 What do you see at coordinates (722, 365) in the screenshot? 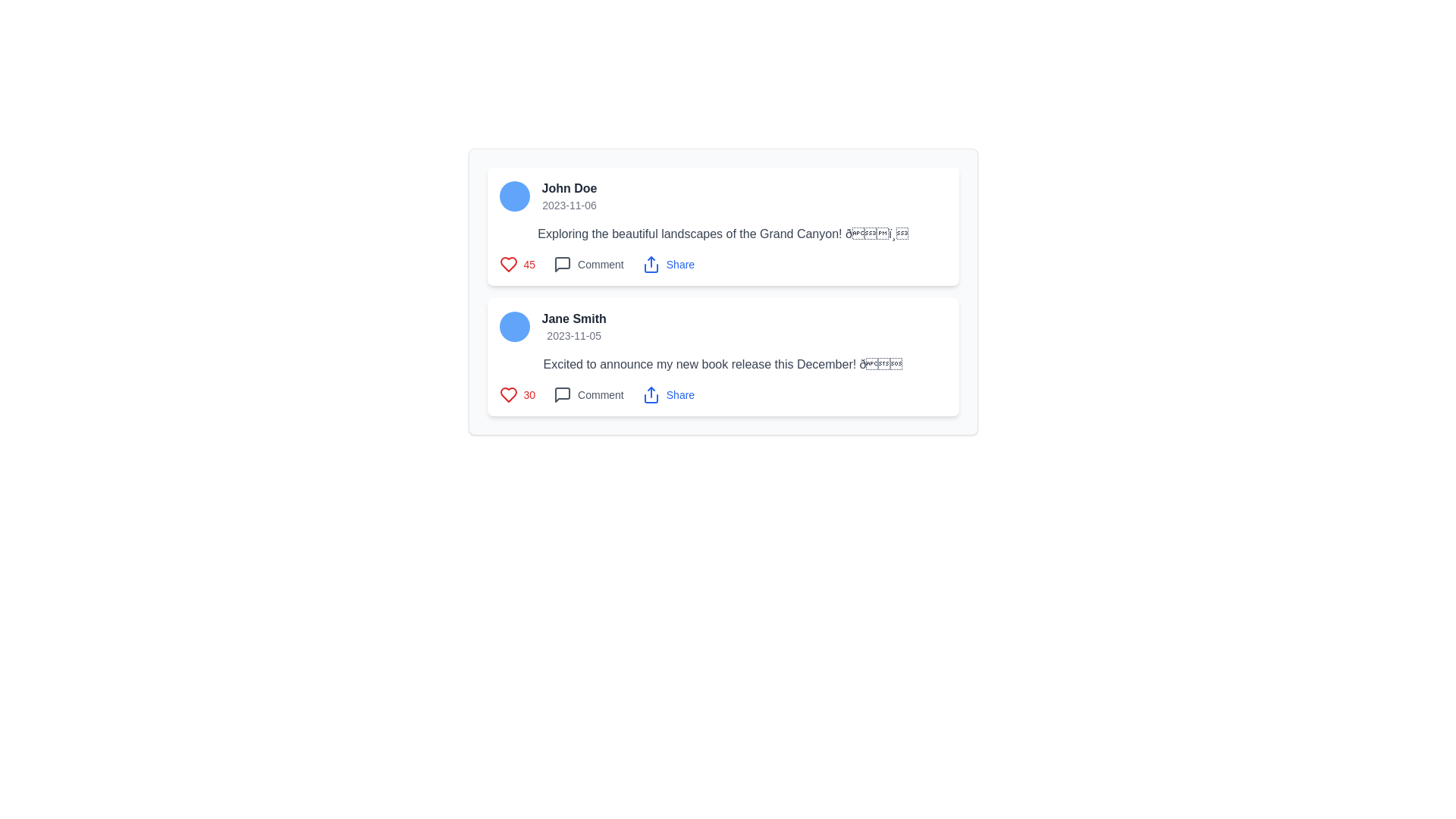
I see `the static text label displaying the announcement of the user 'Jane Smith' in the second post panel` at bounding box center [722, 365].